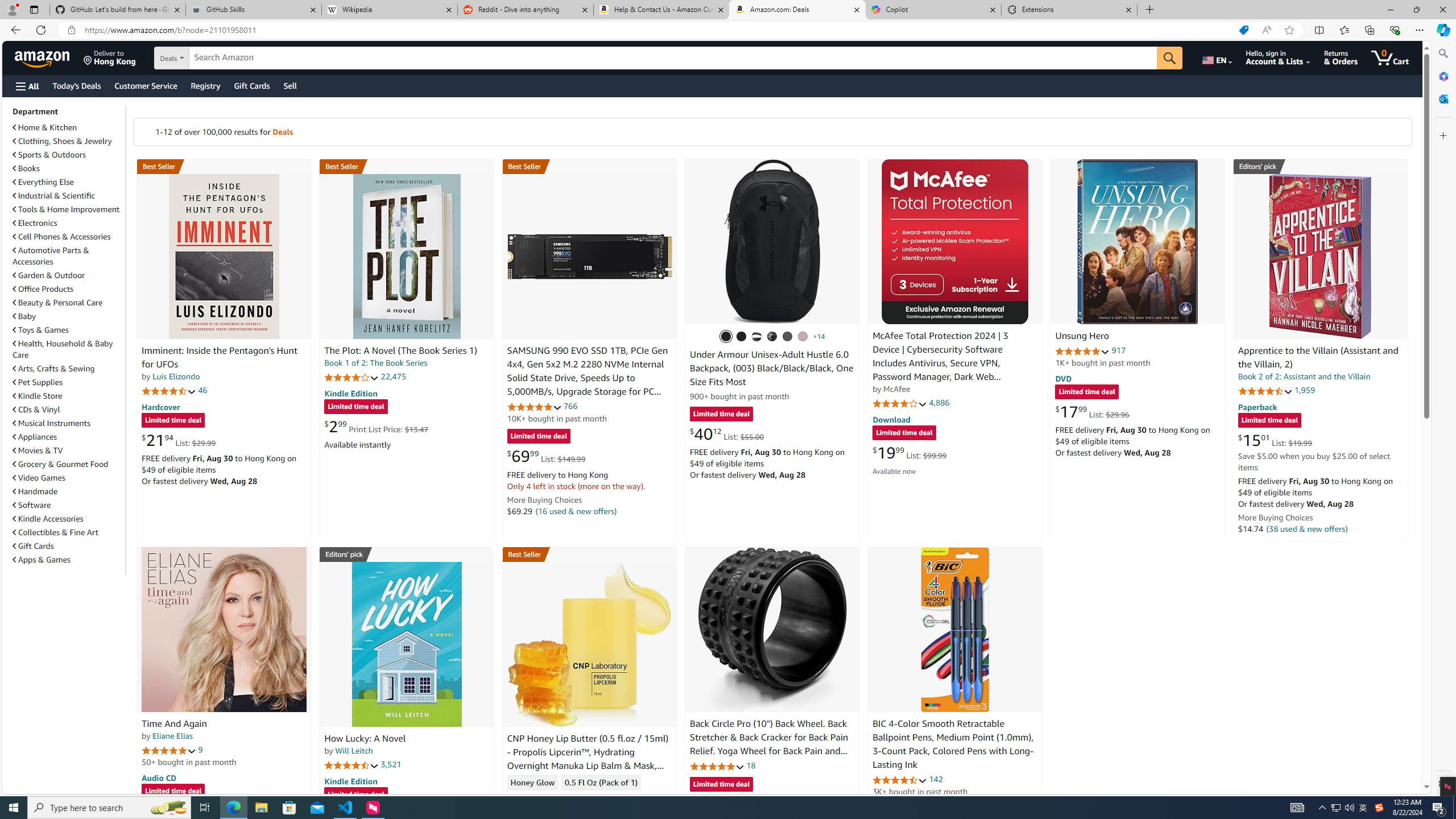 Image resolution: width=1456 pixels, height=819 pixels. I want to click on 'Clothing, Shoes & Jewelry', so click(63, 140).